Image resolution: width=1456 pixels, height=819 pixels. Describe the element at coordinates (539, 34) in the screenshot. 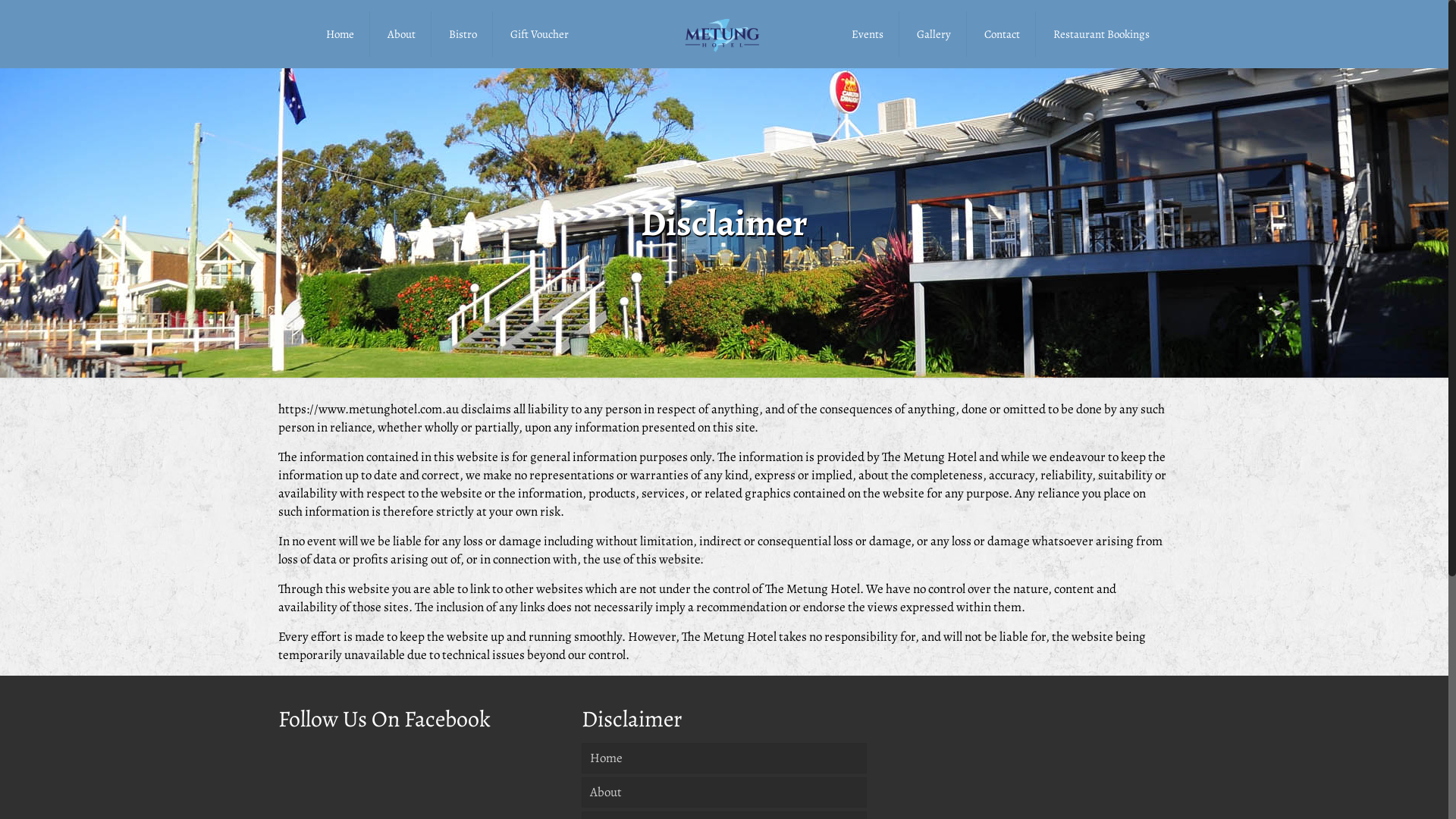

I see `'Gift Voucher'` at that location.